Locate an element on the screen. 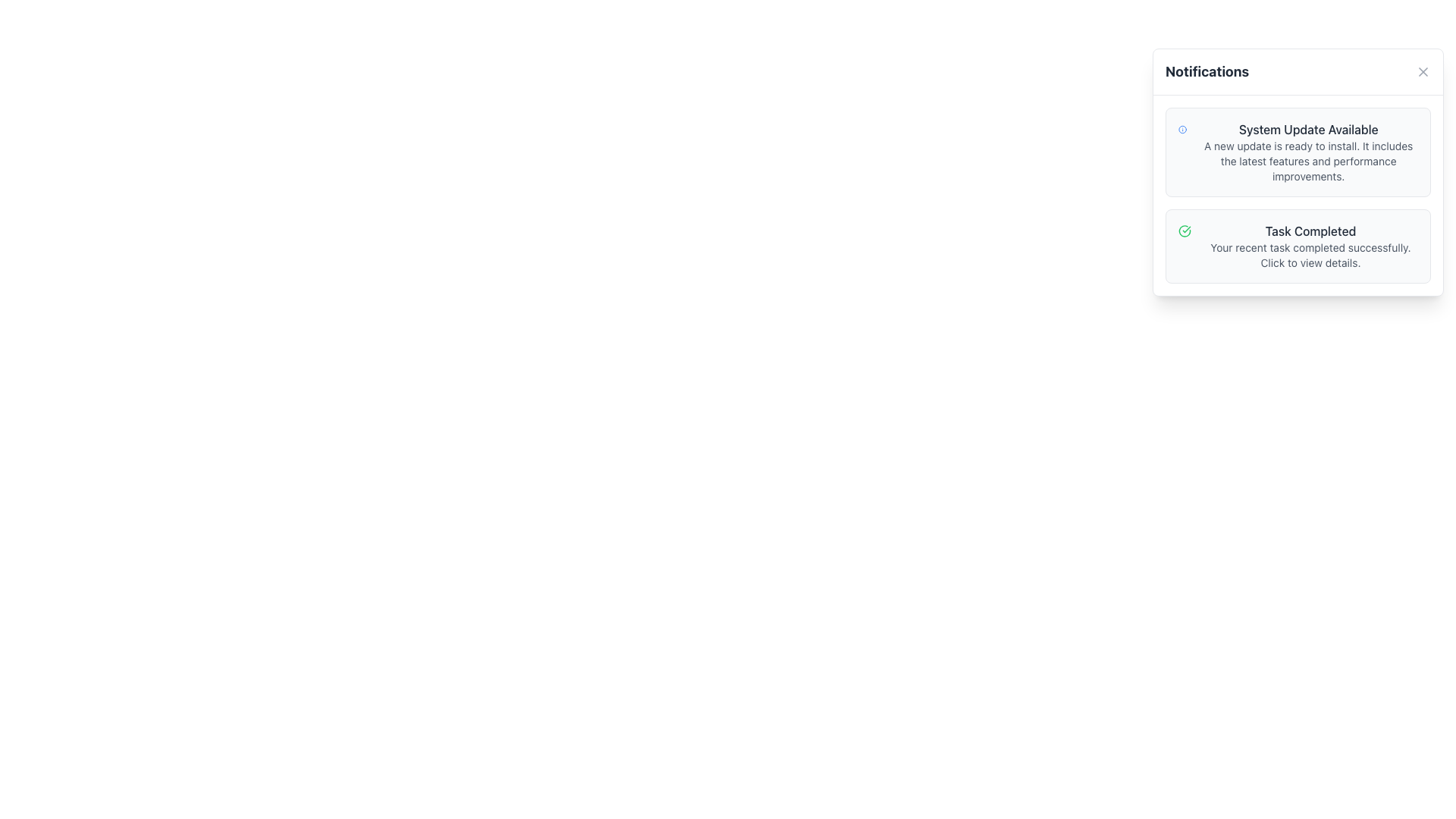 This screenshot has height=819, width=1456. the text block providing additional details about the system update, located below the title in the 'System Update Available' notification card is located at coordinates (1307, 161).